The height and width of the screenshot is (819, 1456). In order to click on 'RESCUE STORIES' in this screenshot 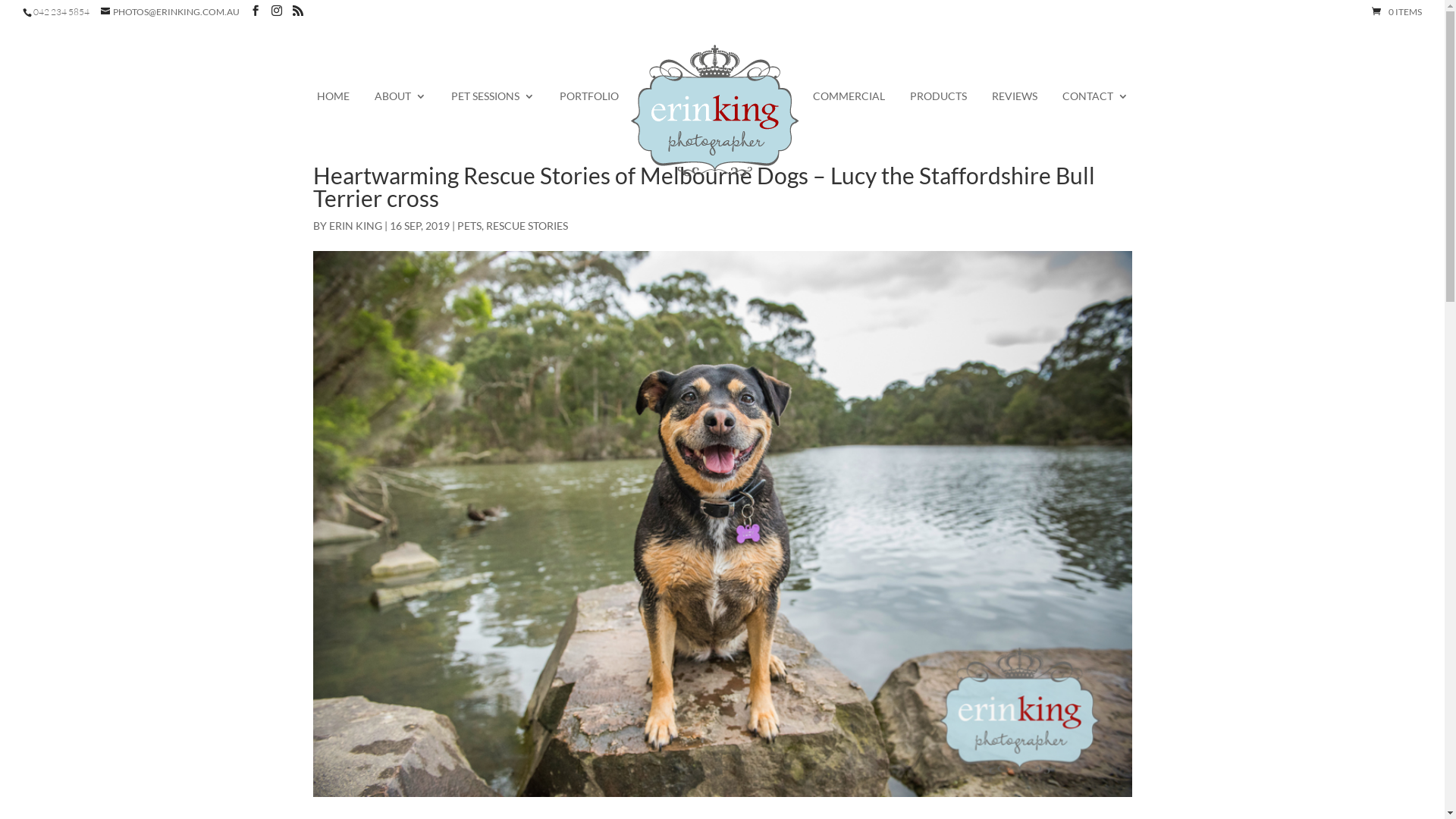, I will do `click(526, 225)`.